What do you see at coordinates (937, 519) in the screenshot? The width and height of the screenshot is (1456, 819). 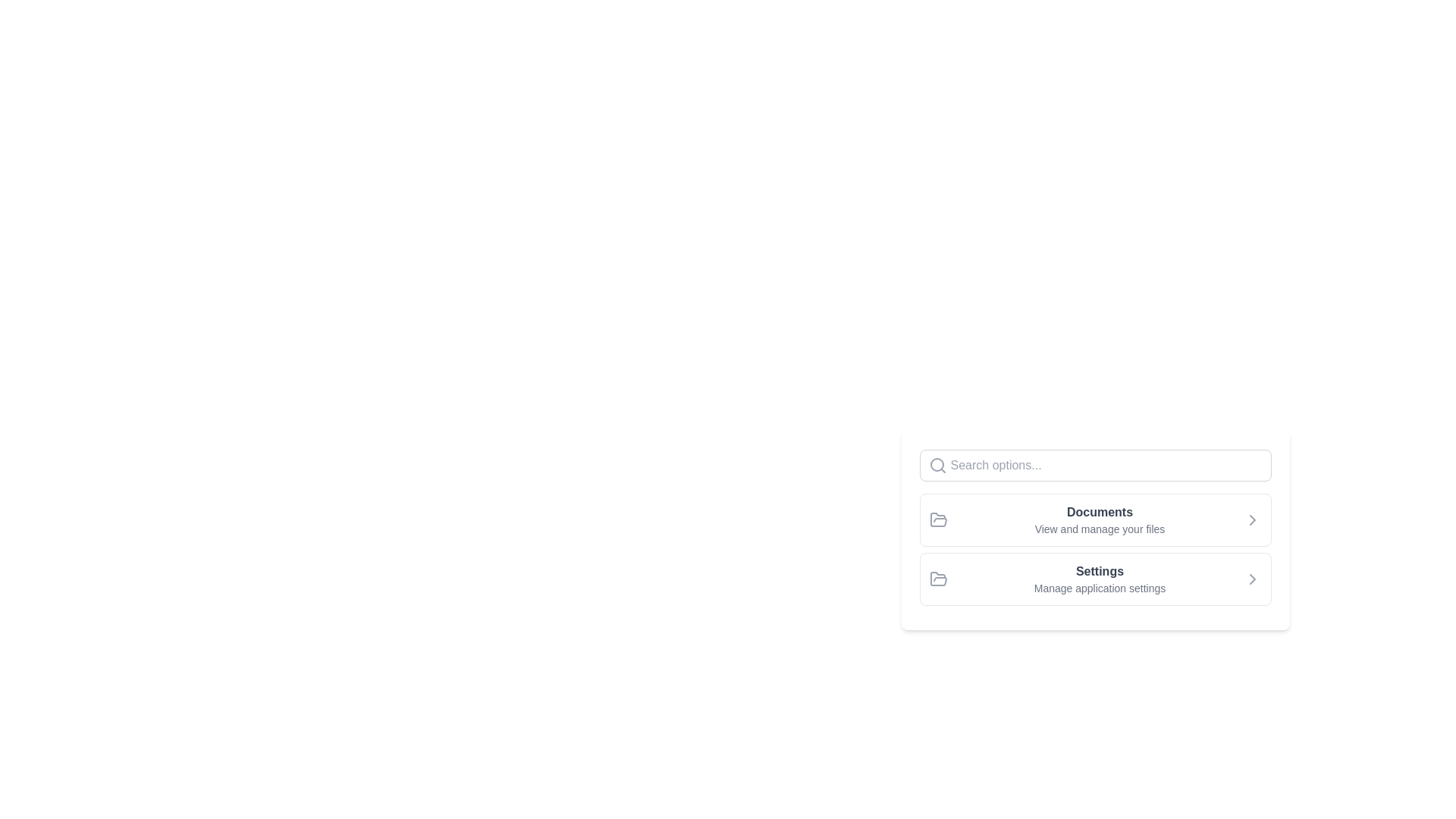 I see `the folder icon located in the content panel, immediately below the documents icon` at bounding box center [937, 519].